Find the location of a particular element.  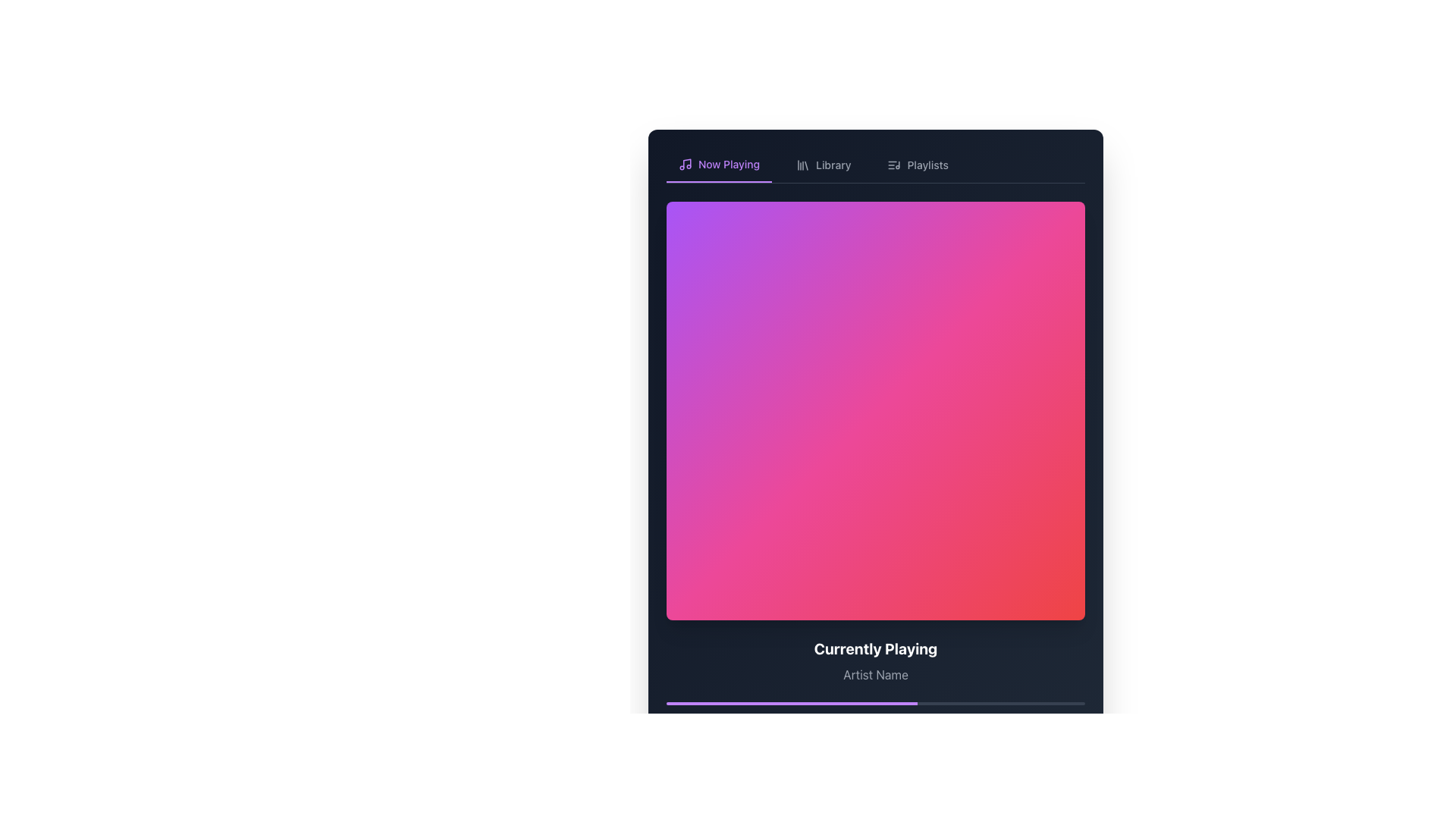

the Text label displaying '2:14 3:45', which is styled in a small, gray font and located beneath the progress bar in the 'Currently Playing' section is located at coordinates (876, 718).